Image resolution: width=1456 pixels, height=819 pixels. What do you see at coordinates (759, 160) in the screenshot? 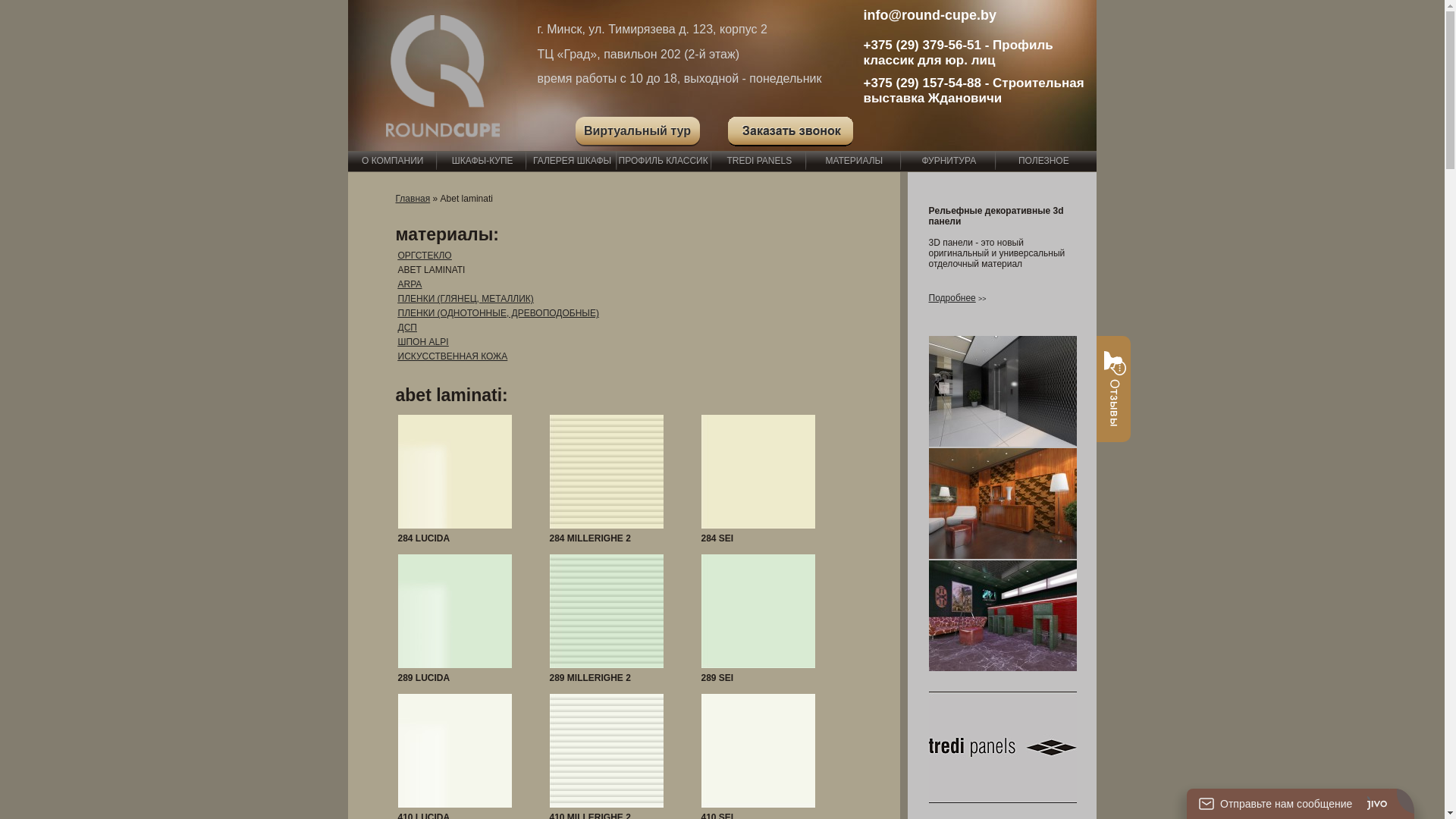
I see `'TREDI PANELS'` at bounding box center [759, 160].